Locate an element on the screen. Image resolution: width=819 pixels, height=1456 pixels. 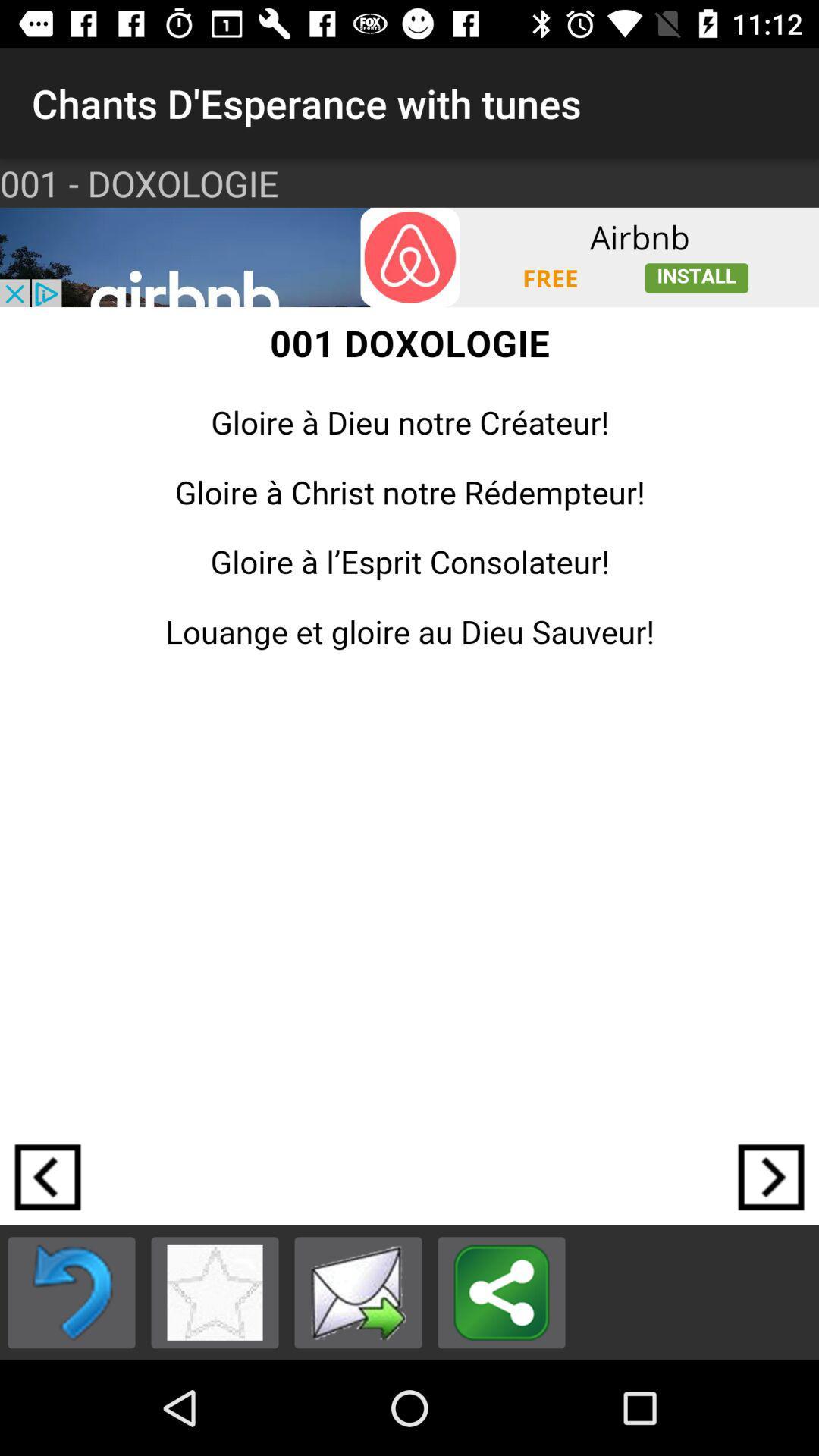
the share icon is located at coordinates (501, 1291).